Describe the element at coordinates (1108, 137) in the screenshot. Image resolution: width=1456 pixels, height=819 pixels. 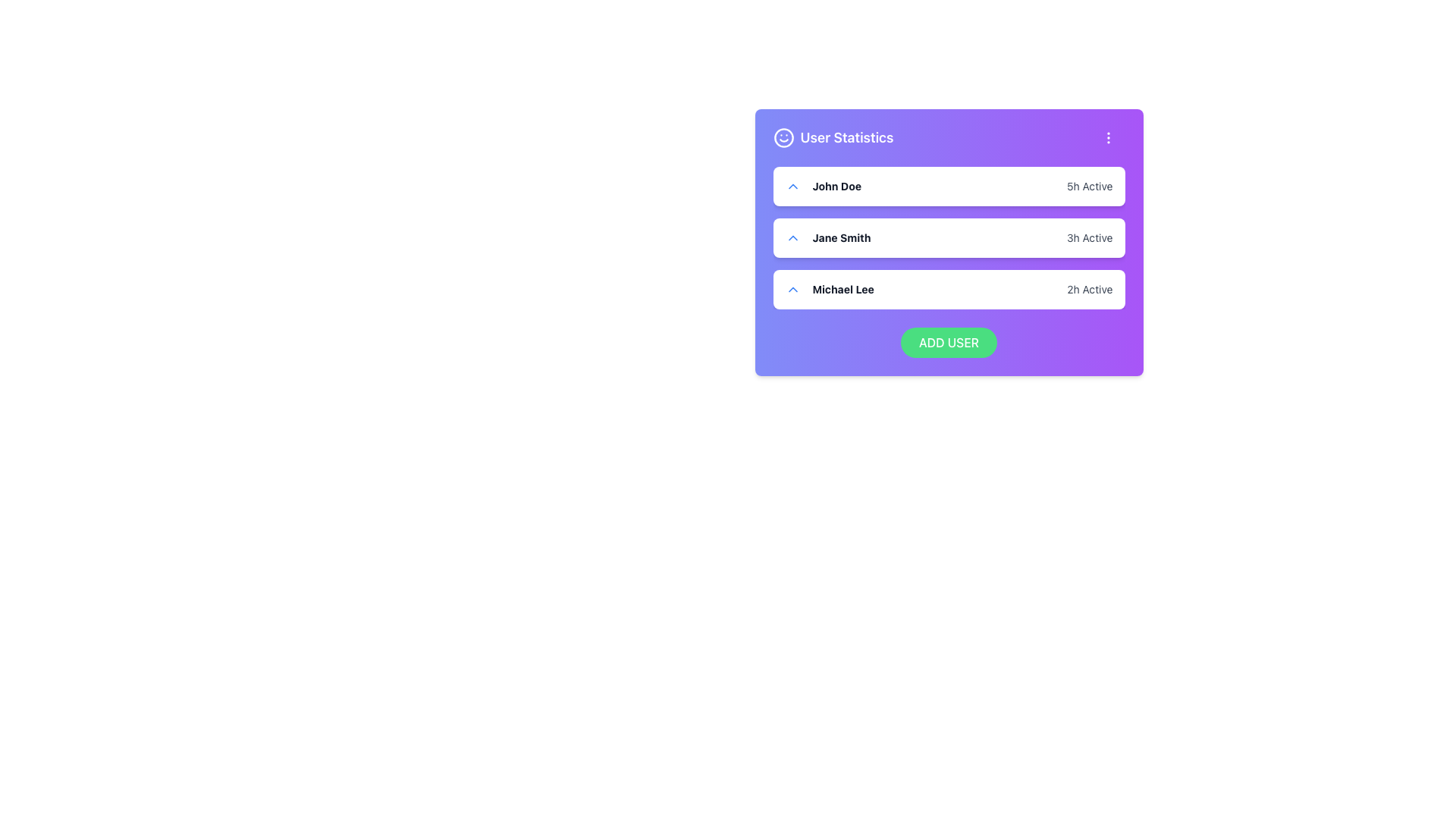
I see `the vertical ellipsis icon located` at that location.